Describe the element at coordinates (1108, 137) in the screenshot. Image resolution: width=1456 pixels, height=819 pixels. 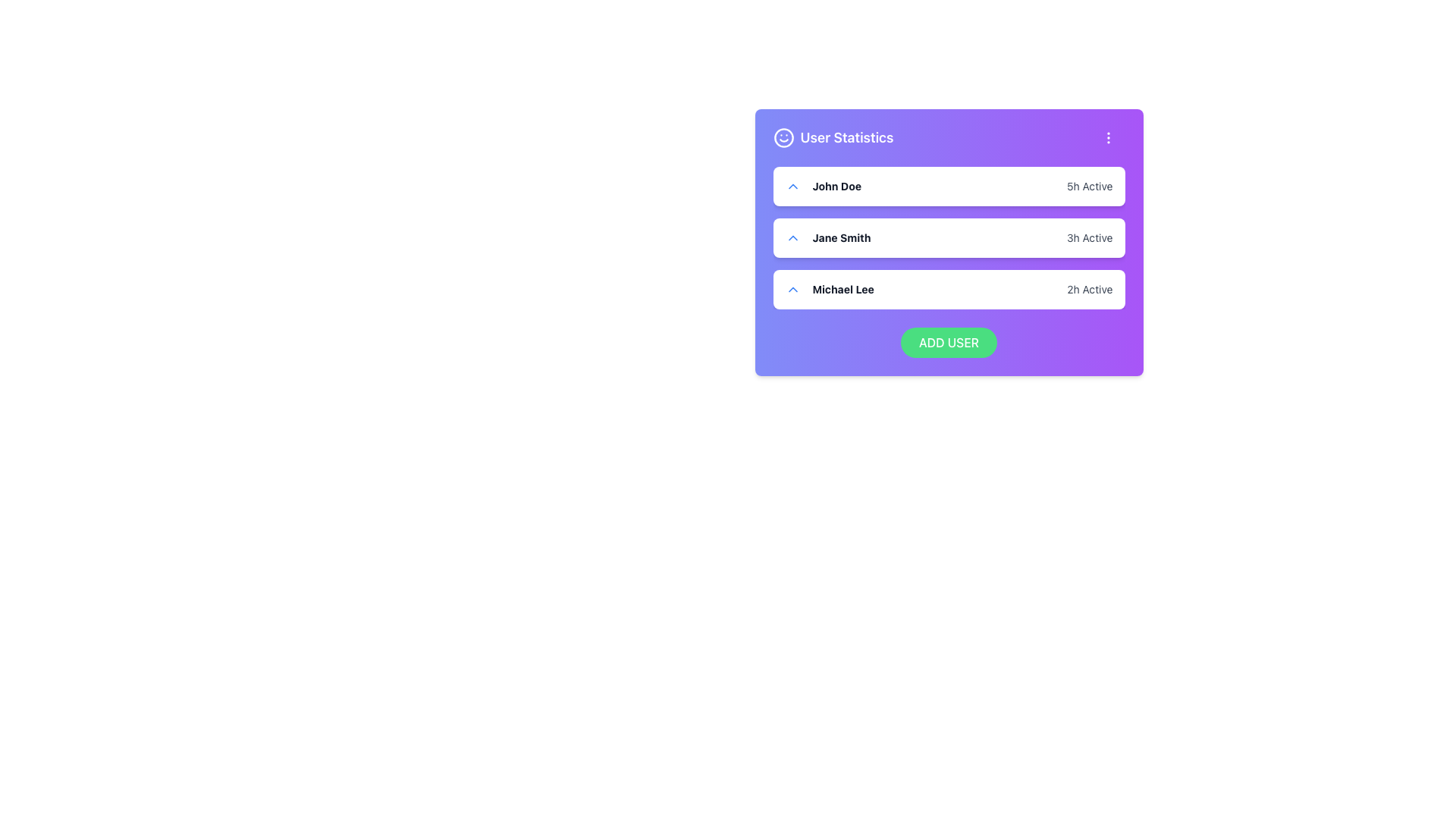
I see `the vertical ellipsis icon located` at that location.